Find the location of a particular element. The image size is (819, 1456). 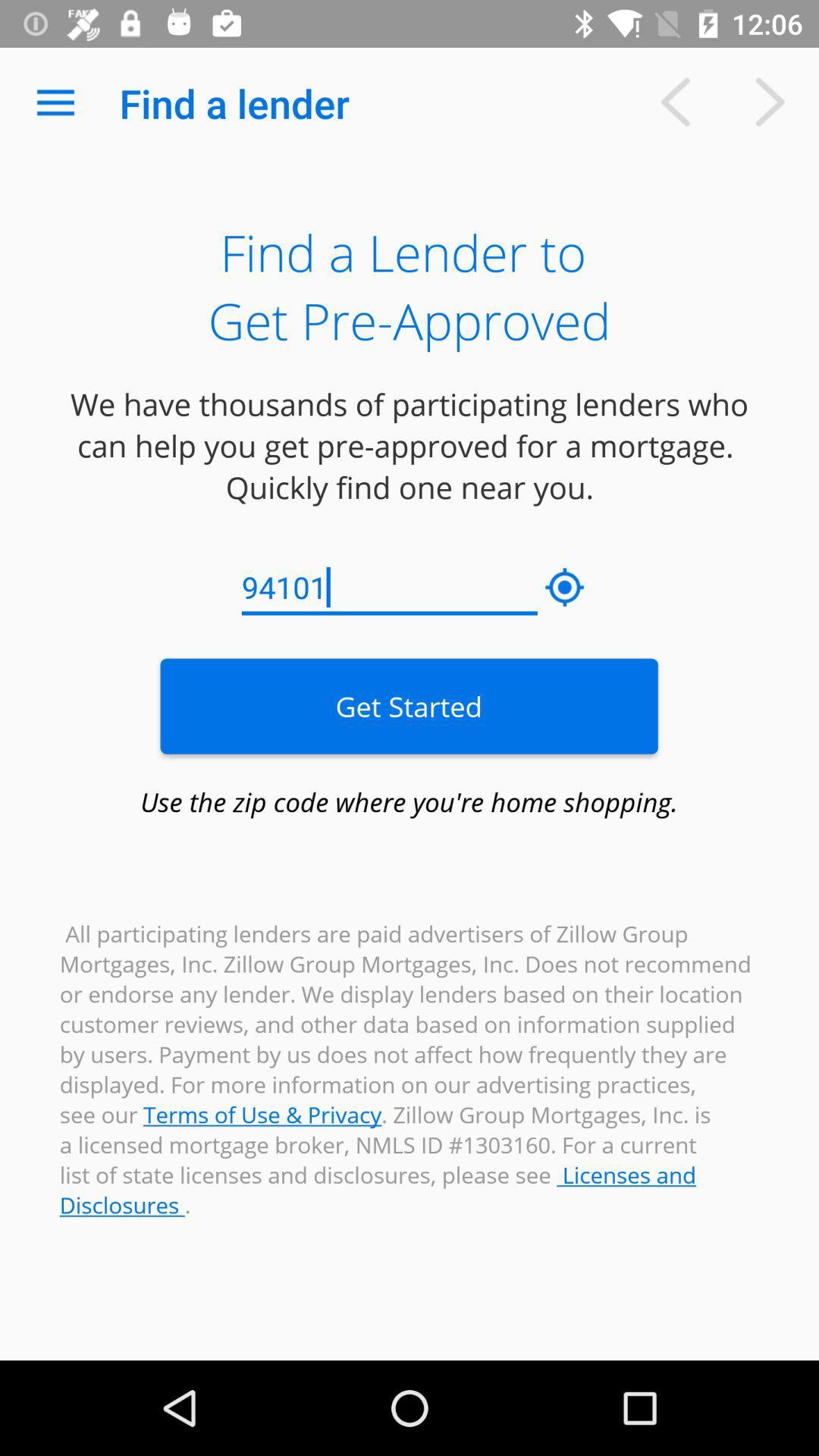

the icon below the we have thousands icon is located at coordinates (388, 587).